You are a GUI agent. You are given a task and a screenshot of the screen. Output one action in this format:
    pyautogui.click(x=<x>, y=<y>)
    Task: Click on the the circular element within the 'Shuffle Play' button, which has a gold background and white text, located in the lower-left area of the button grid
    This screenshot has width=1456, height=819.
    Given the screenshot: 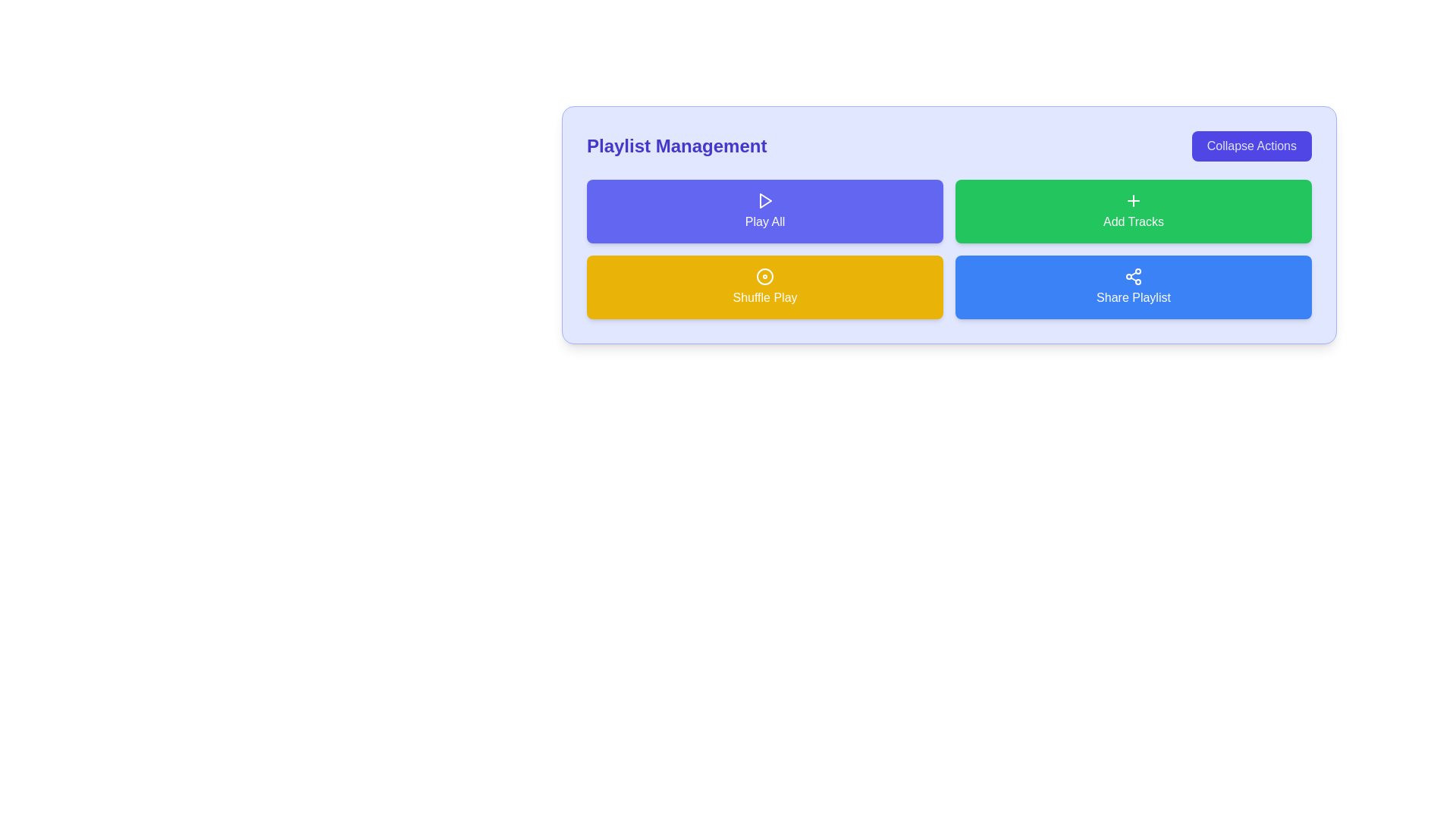 What is the action you would take?
    pyautogui.click(x=764, y=277)
    